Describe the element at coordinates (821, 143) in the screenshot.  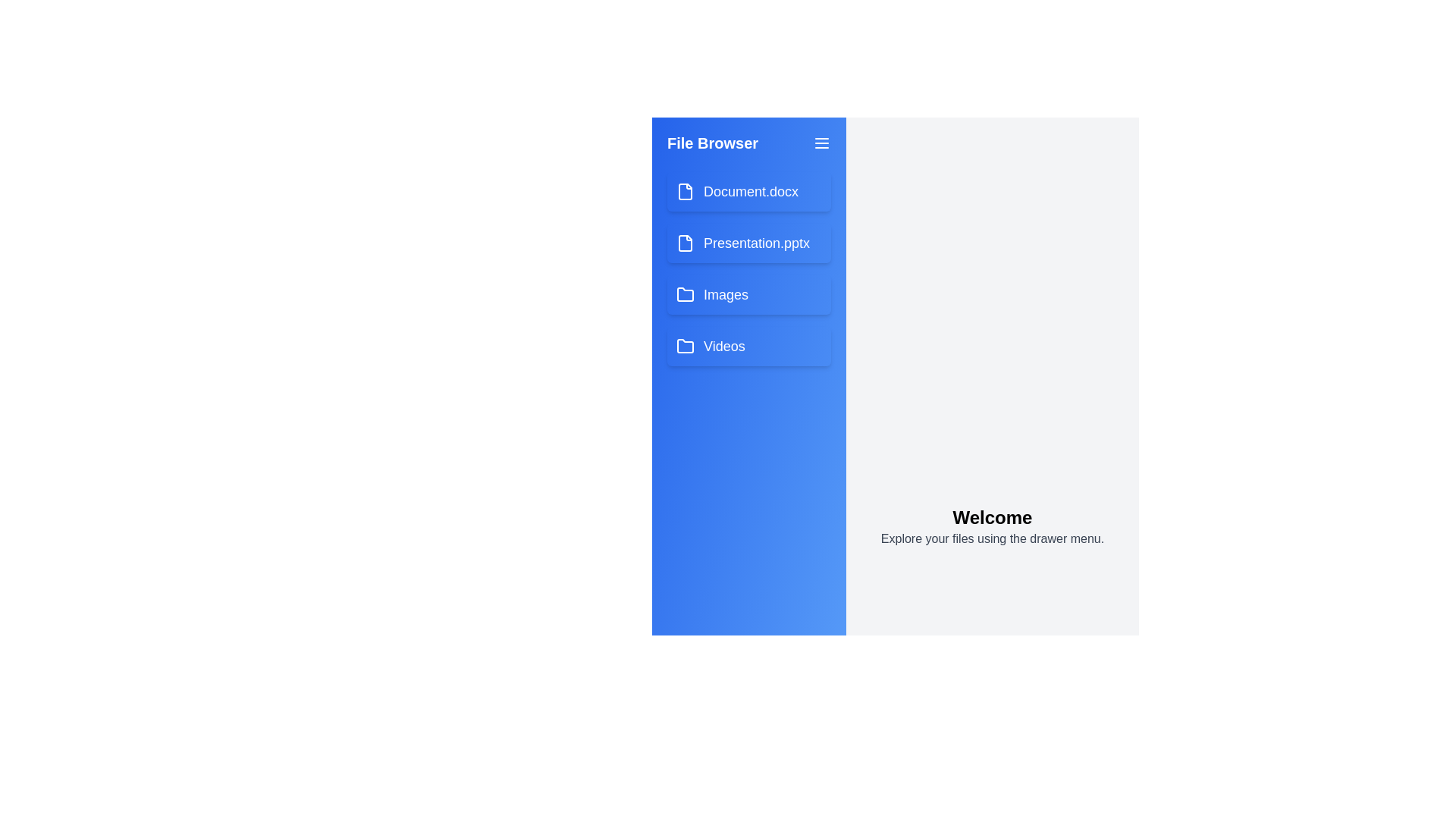
I see `the menu button to collapse the drawer menu` at that location.